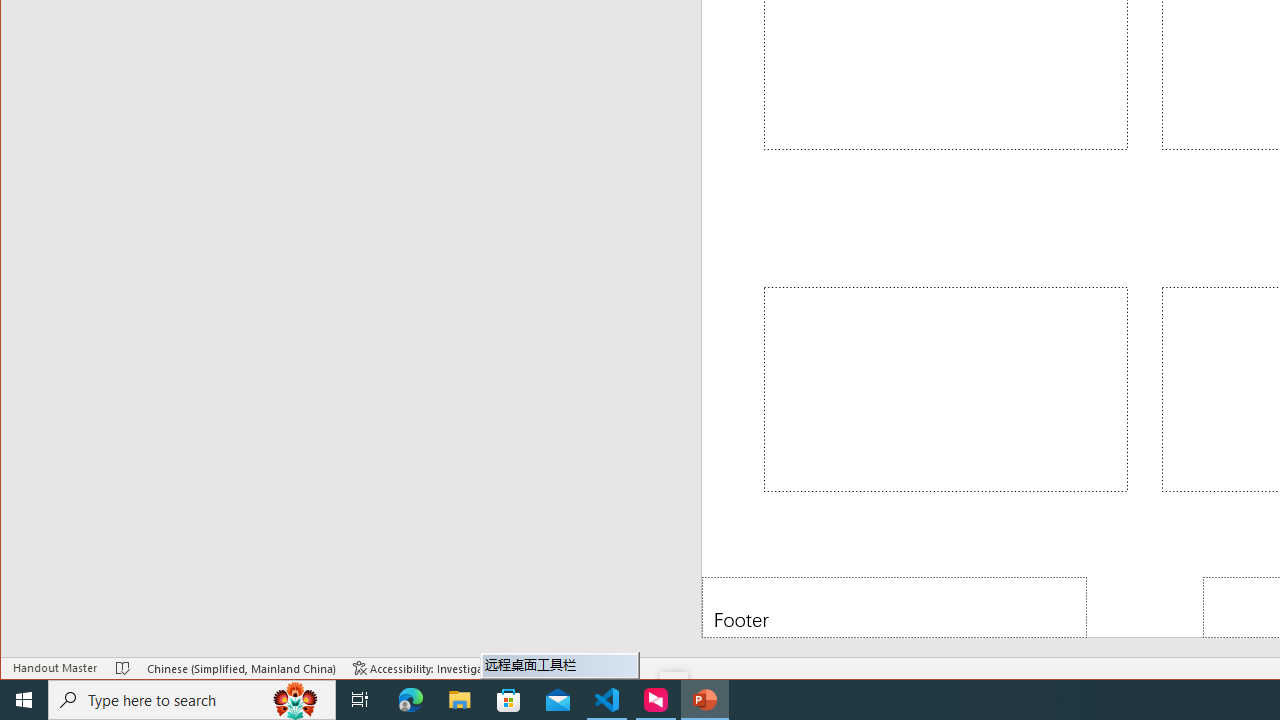 The height and width of the screenshot is (720, 1280). Describe the element at coordinates (294, 698) in the screenshot. I see `'Search highlights icon opens search home window'` at that location.